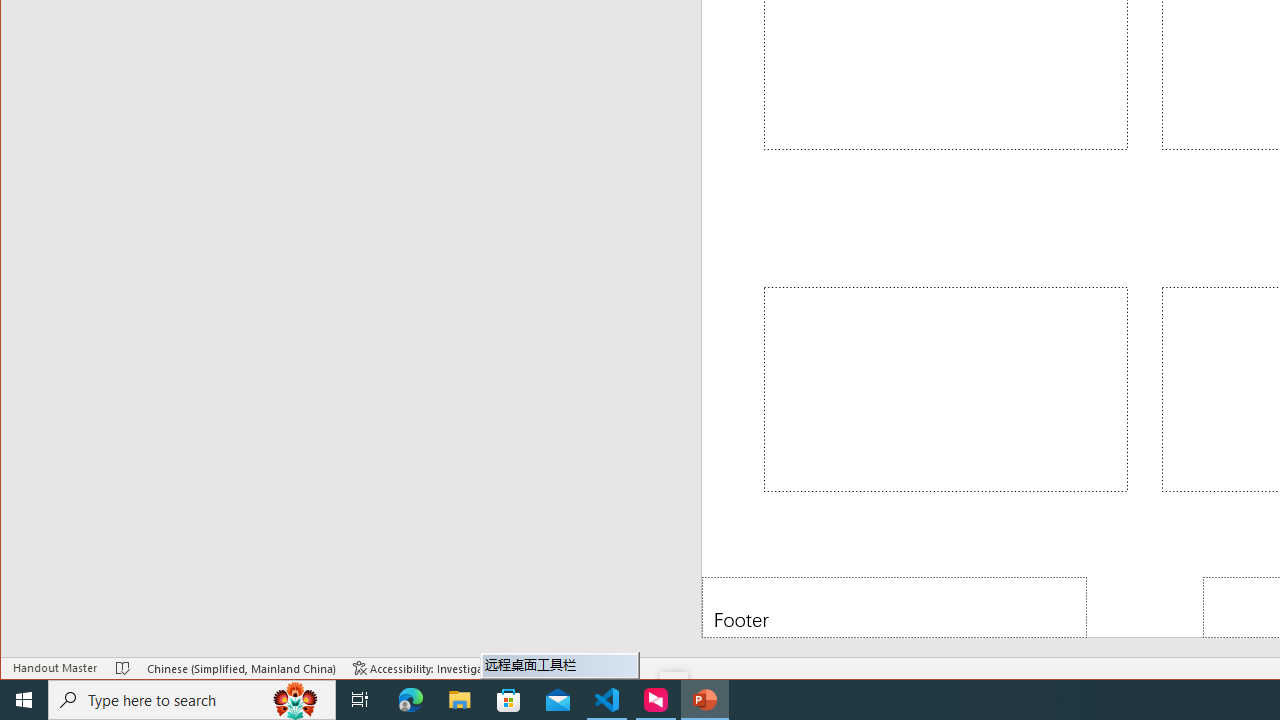 The height and width of the screenshot is (720, 1280). Describe the element at coordinates (294, 698) in the screenshot. I see `'Search highlights icon opens search home window'` at that location.